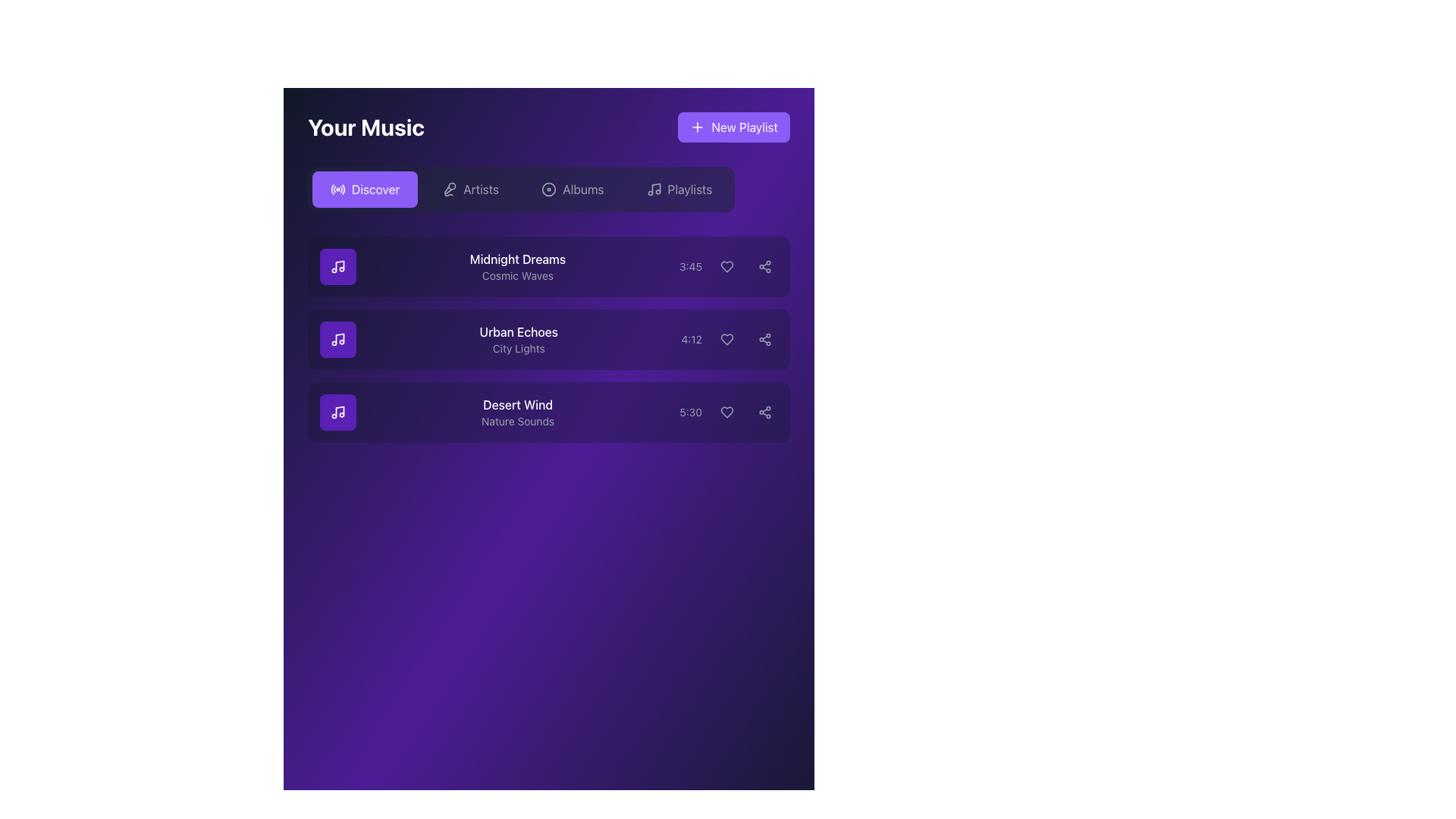  I want to click on the track title of the second item in the music playlist, which is represented by a grid layout with a violet background and includes metadata such as a track title and duration, so click(548, 338).